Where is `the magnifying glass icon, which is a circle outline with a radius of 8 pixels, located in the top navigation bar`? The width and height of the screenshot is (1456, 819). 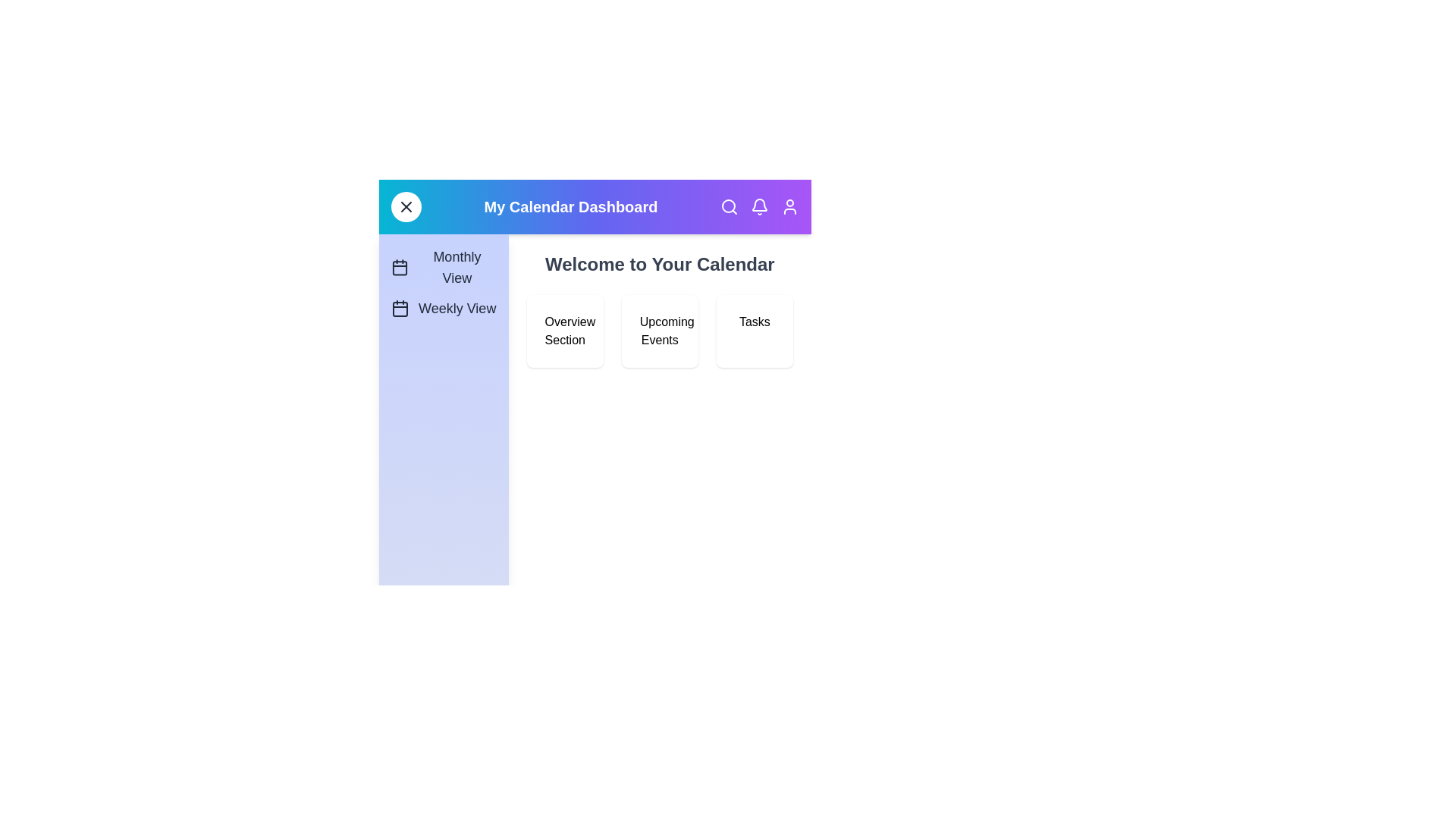 the magnifying glass icon, which is a circle outline with a radius of 8 pixels, located in the top navigation bar is located at coordinates (728, 206).